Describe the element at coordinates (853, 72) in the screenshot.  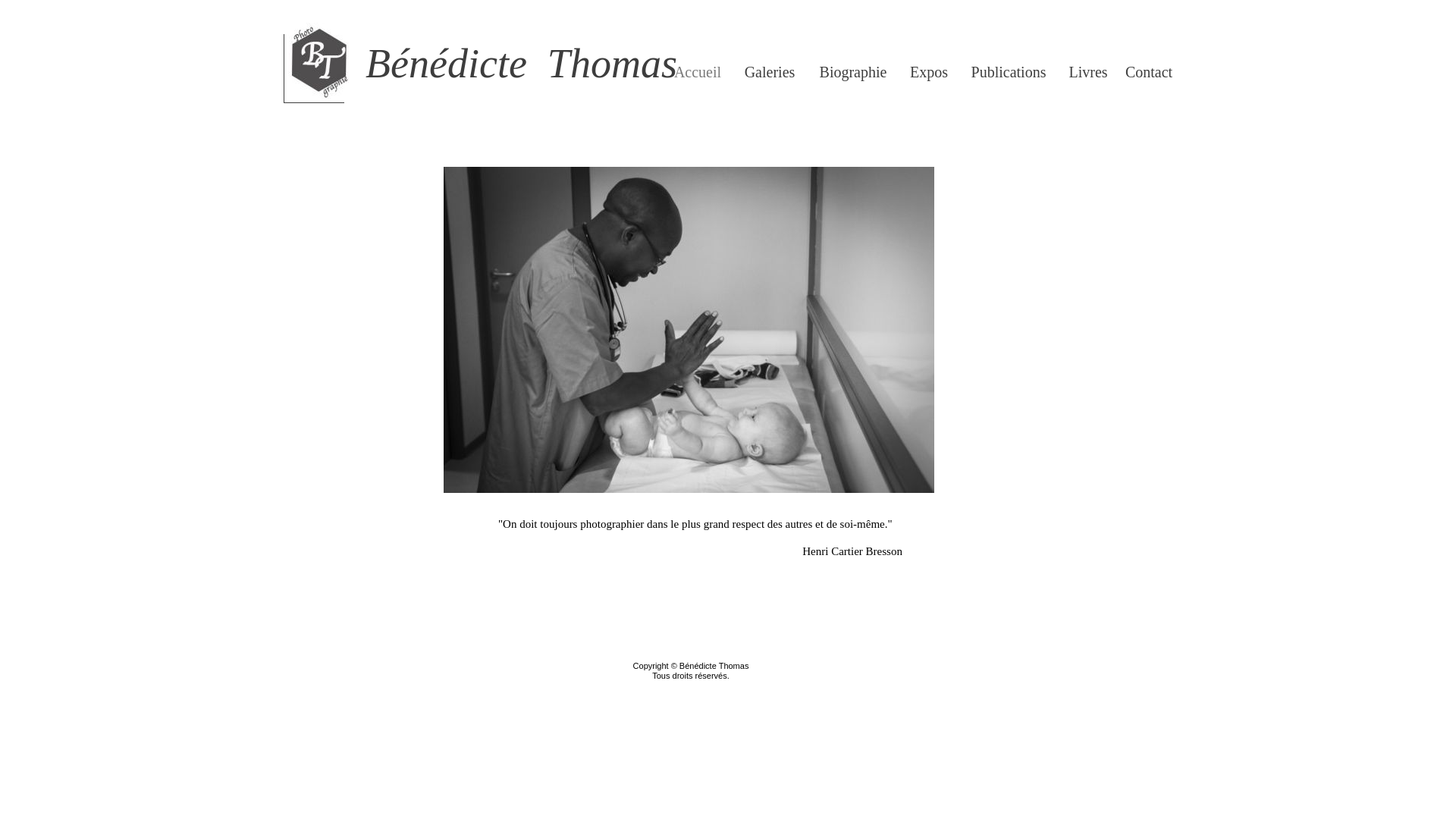
I see `'Biographie'` at that location.